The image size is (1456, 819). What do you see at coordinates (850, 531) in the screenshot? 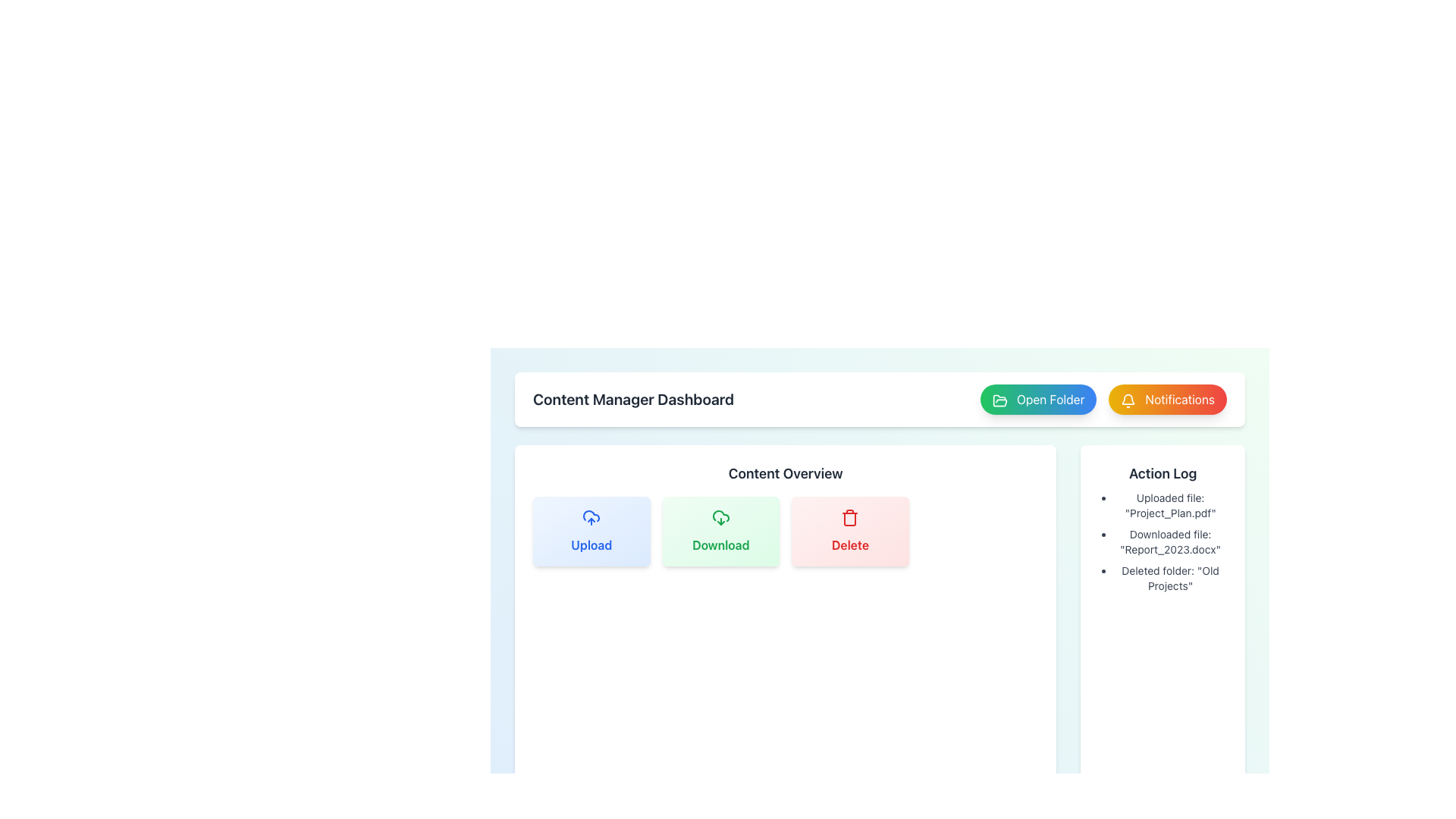
I see `the delete button, which is the third button in a row of three` at bounding box center [850, 531].